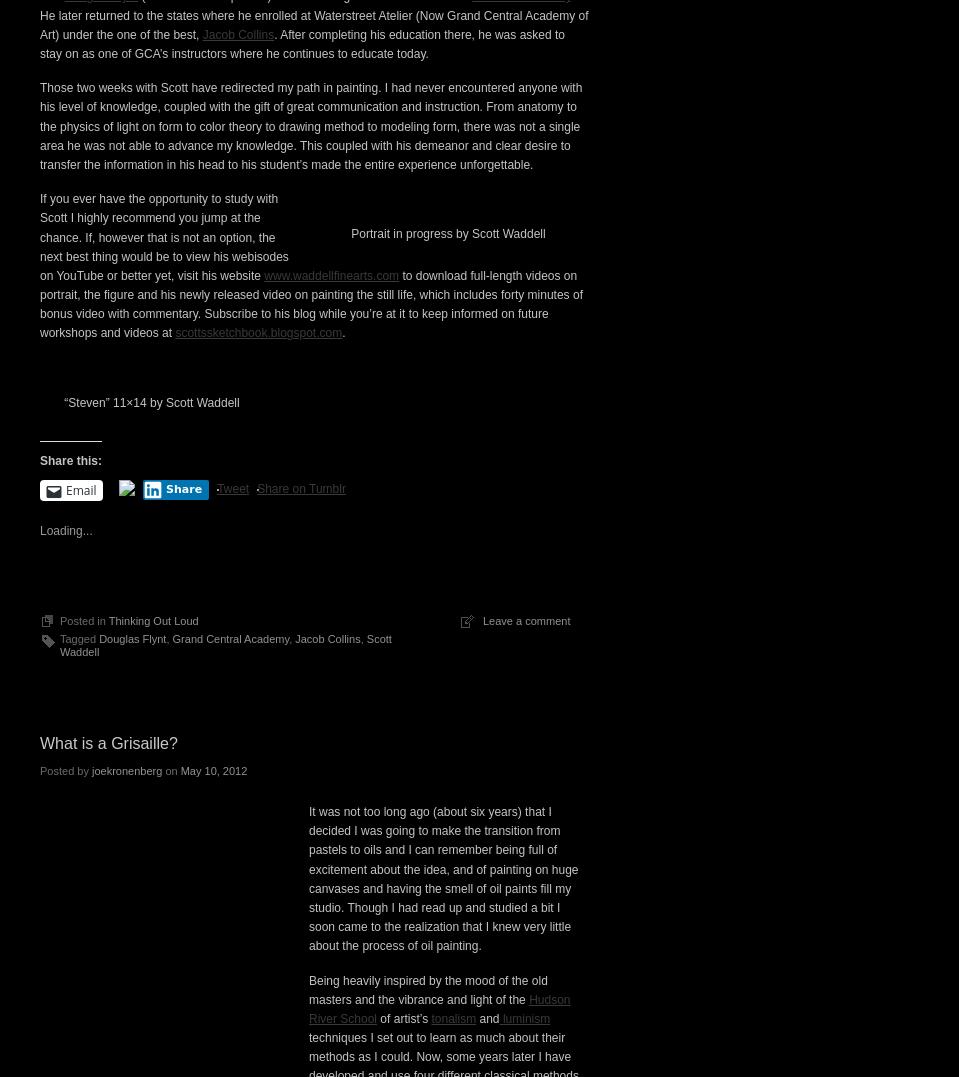 Image resolution: width=959 pixels, height=1077 pixels. Describe the element at coordinates (59, 981) in the screenshot. I see `'Tagged'` at that location.